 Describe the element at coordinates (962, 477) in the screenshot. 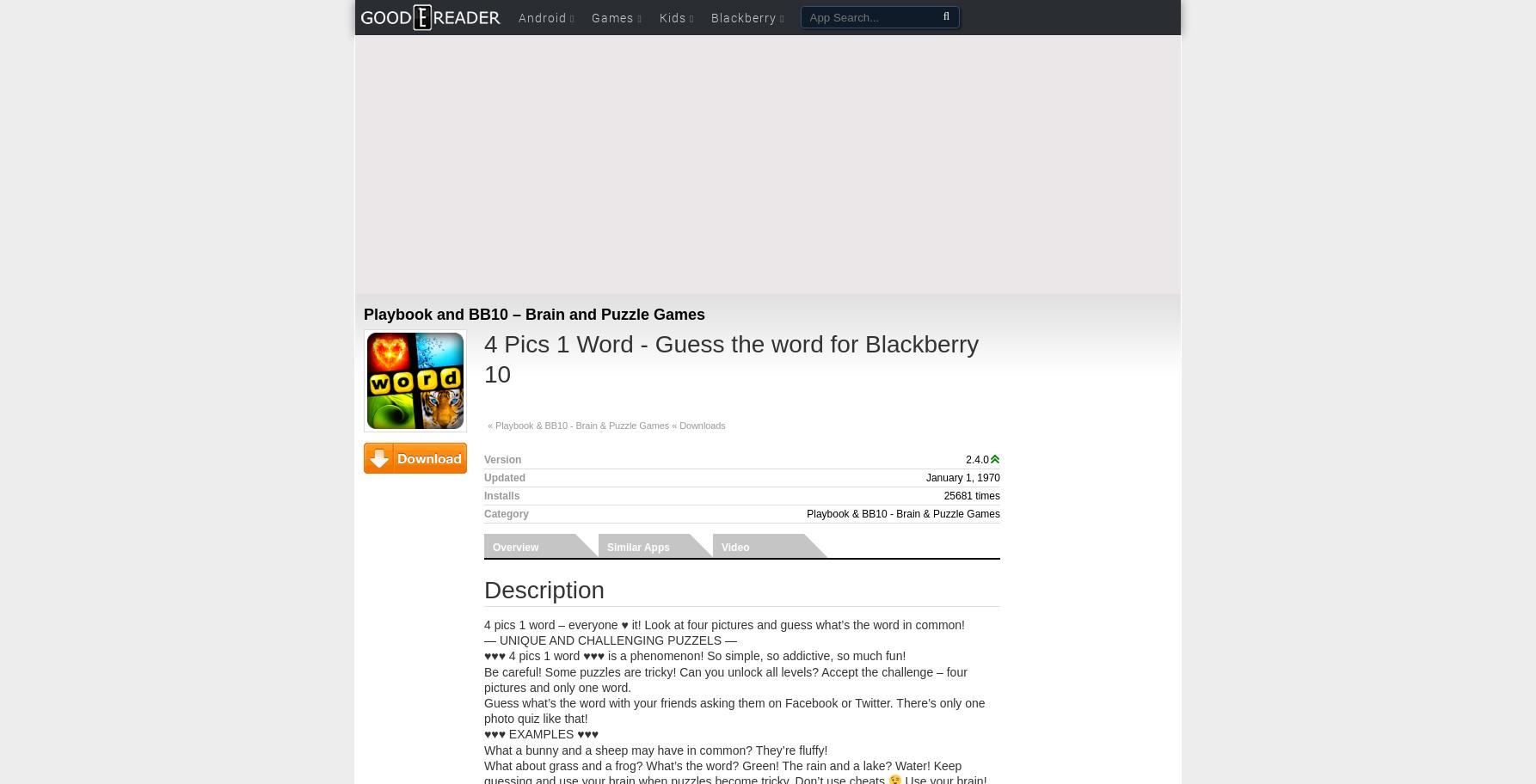

I see `'January 1, 1970'` at that location.